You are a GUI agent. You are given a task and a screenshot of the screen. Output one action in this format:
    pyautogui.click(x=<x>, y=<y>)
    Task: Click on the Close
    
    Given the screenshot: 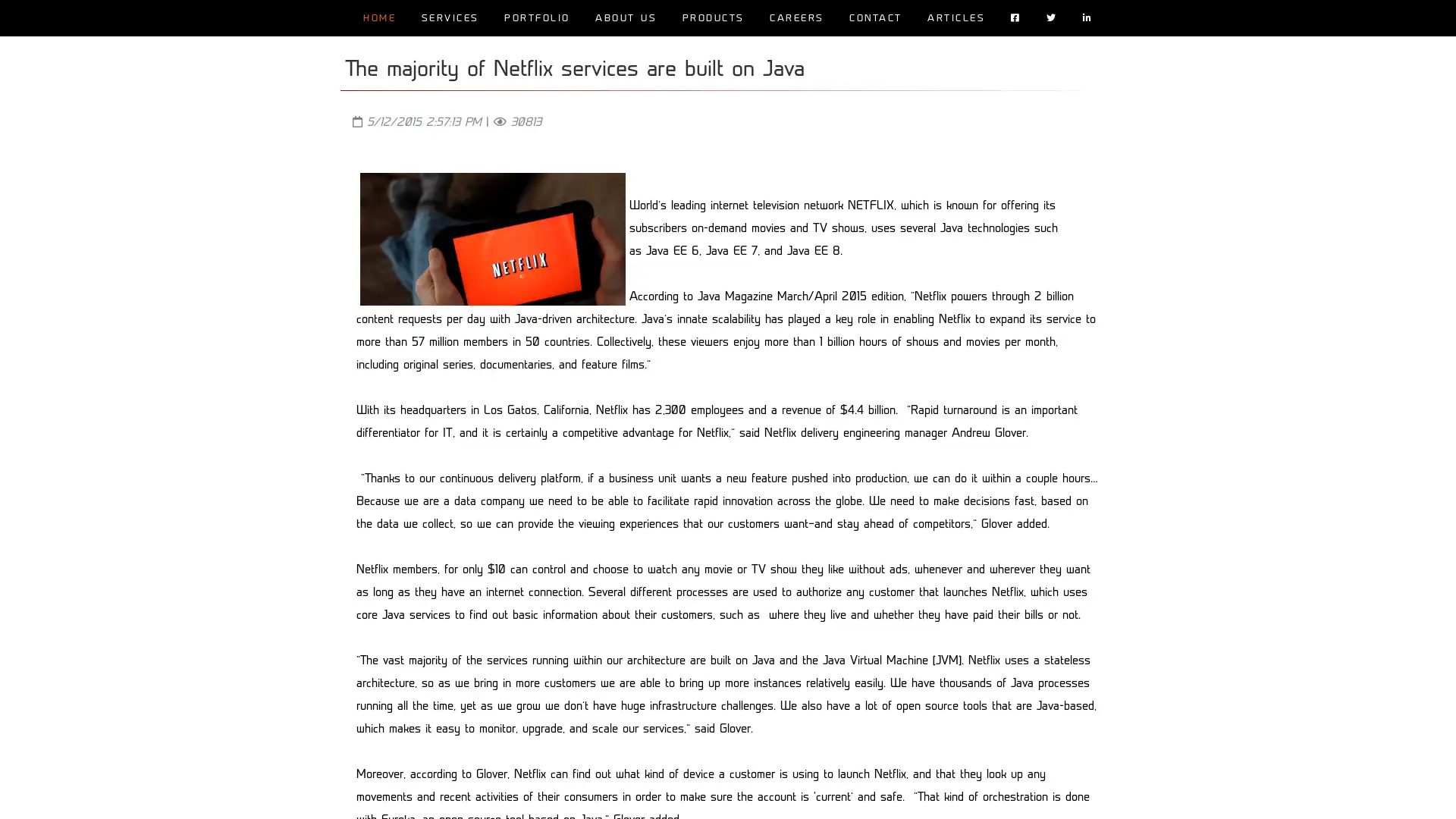 What is the action you would take?
    pyautogui.click(x=942, y=794)
    